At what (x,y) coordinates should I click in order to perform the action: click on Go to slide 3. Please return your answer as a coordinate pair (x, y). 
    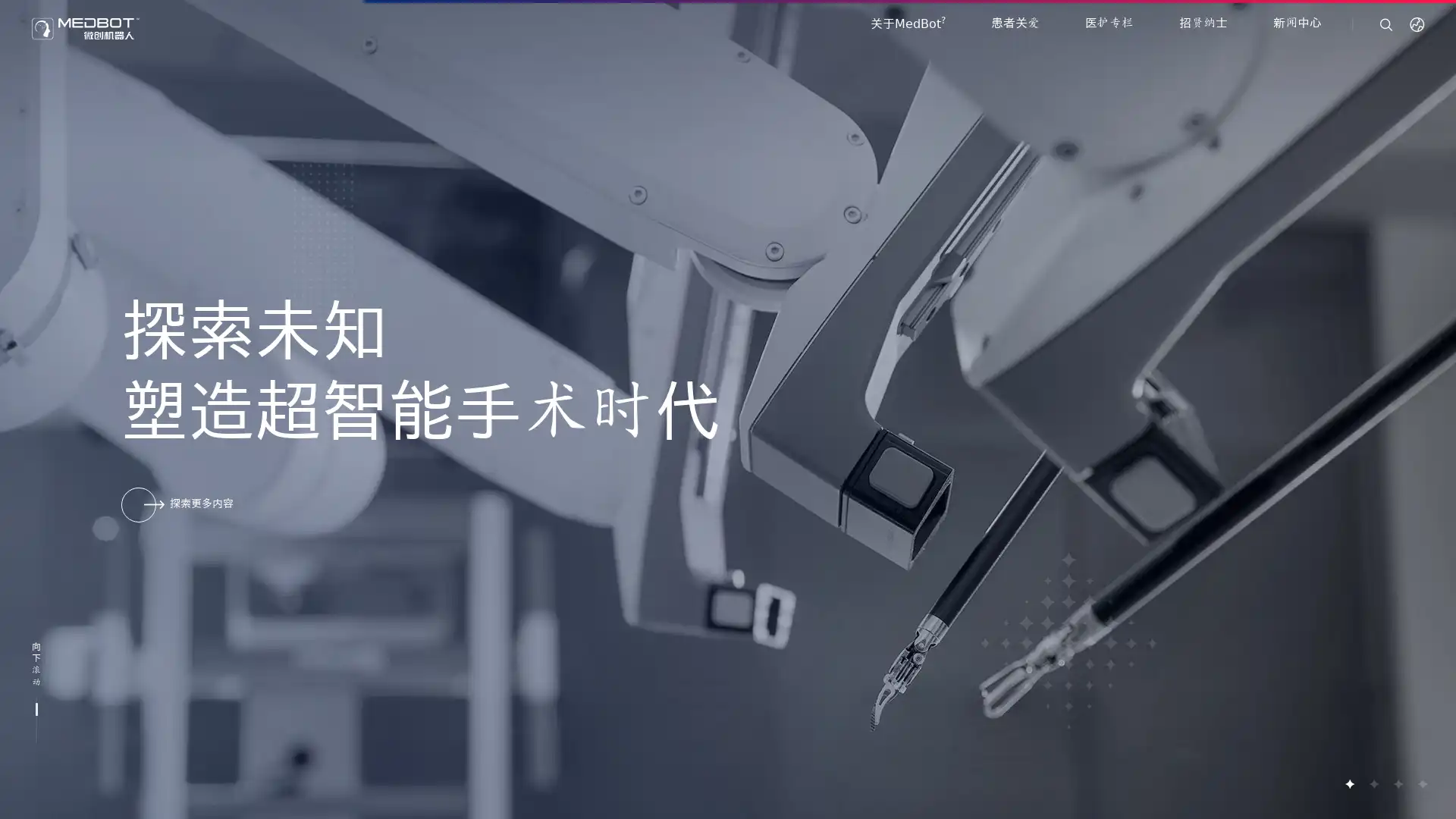
    Looking at the image, I should click on (1397, 783).